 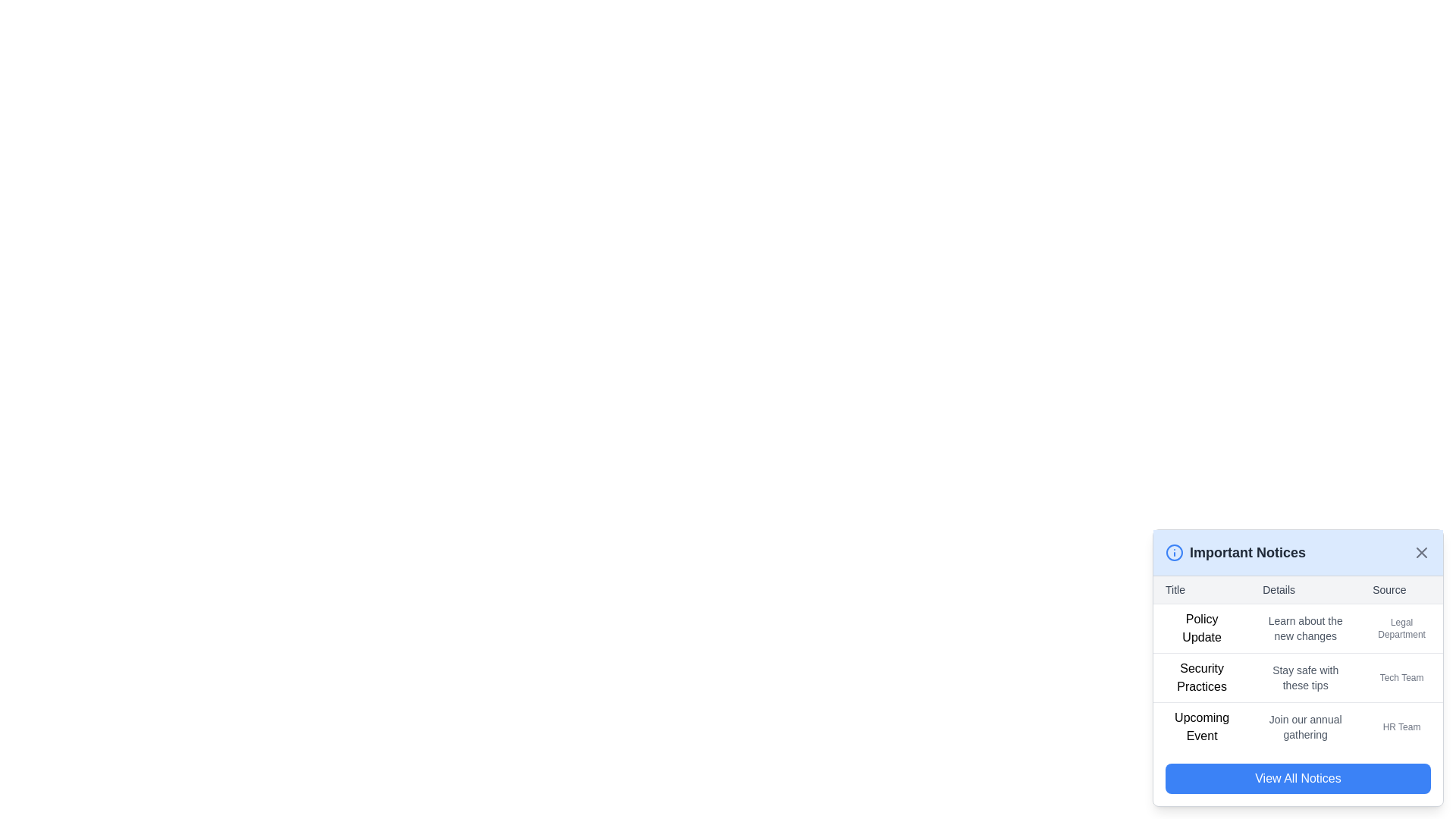 What do you see at coordinates (1304, 677) in the screenshot?
I see `the Text Label providing additional details about the 'Security Practices' entry in the notices panel, which is located in the middle cell of the 'Security Practices' row in the 'Details' column` at bounding box center [1304, 677].